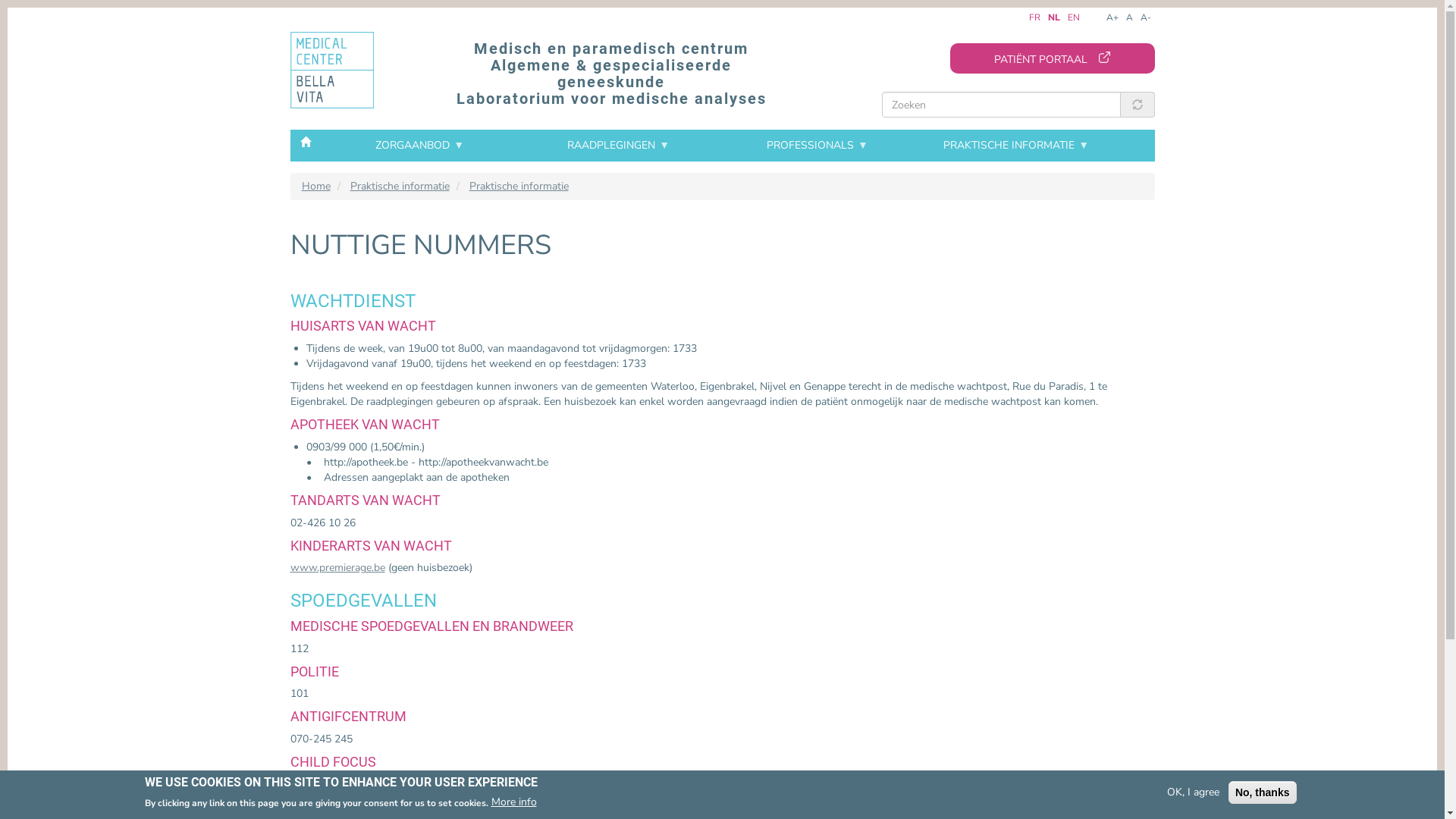  What do you see at coordinates (916, 146) in the screenshot?
I see `'PRAKTISCHE INFORMATIE'` at bounding box center [916, 146].